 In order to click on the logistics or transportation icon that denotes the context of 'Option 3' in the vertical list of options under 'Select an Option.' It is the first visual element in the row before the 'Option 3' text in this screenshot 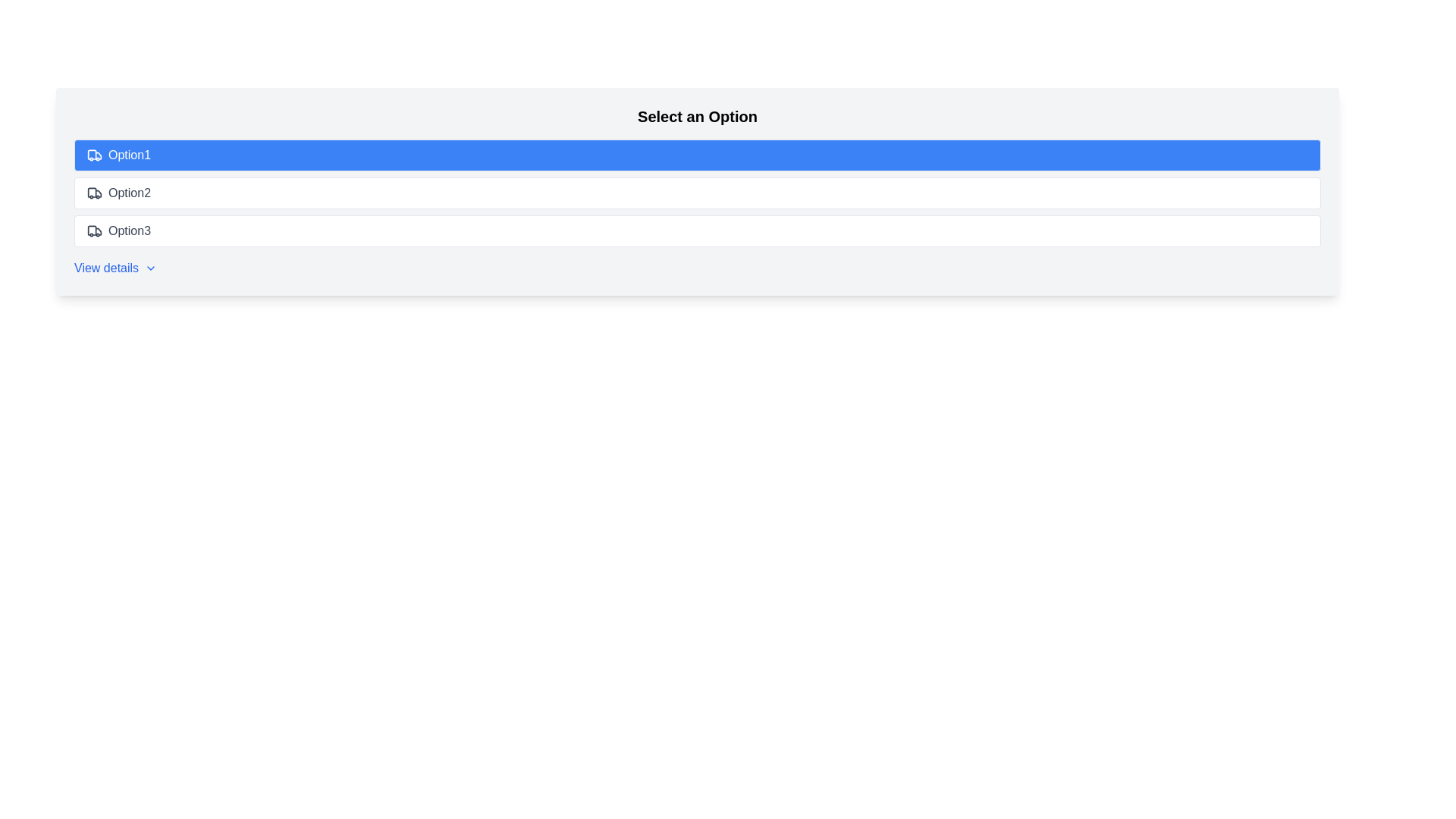, I will do `click(93, 231)`.